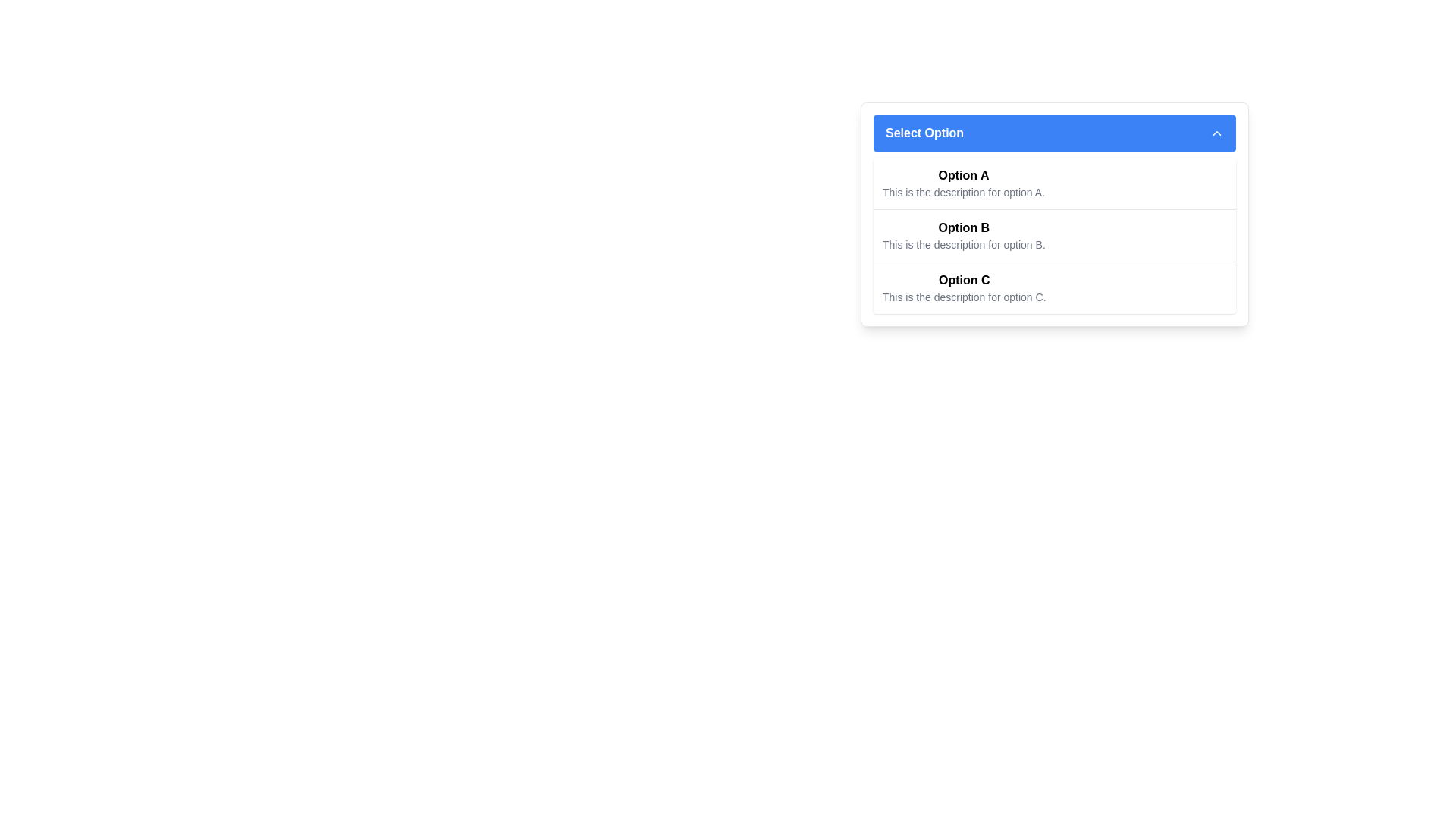  I want to click on the dropdown menu labeled 'Select Option' and select the second option, 'Option B', using the keyboard, so click(1054, 214).